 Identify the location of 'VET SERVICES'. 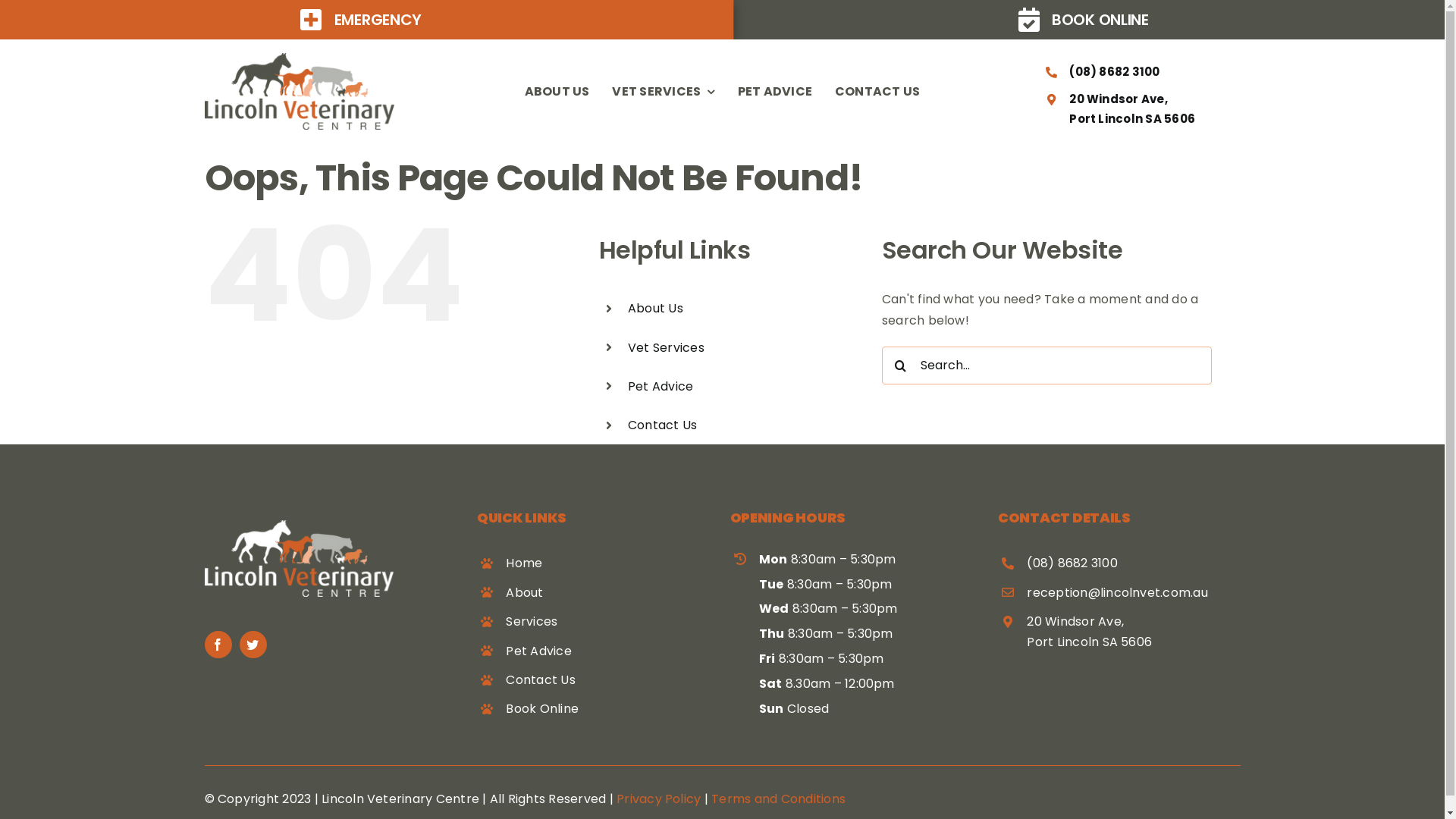
(611, 91).